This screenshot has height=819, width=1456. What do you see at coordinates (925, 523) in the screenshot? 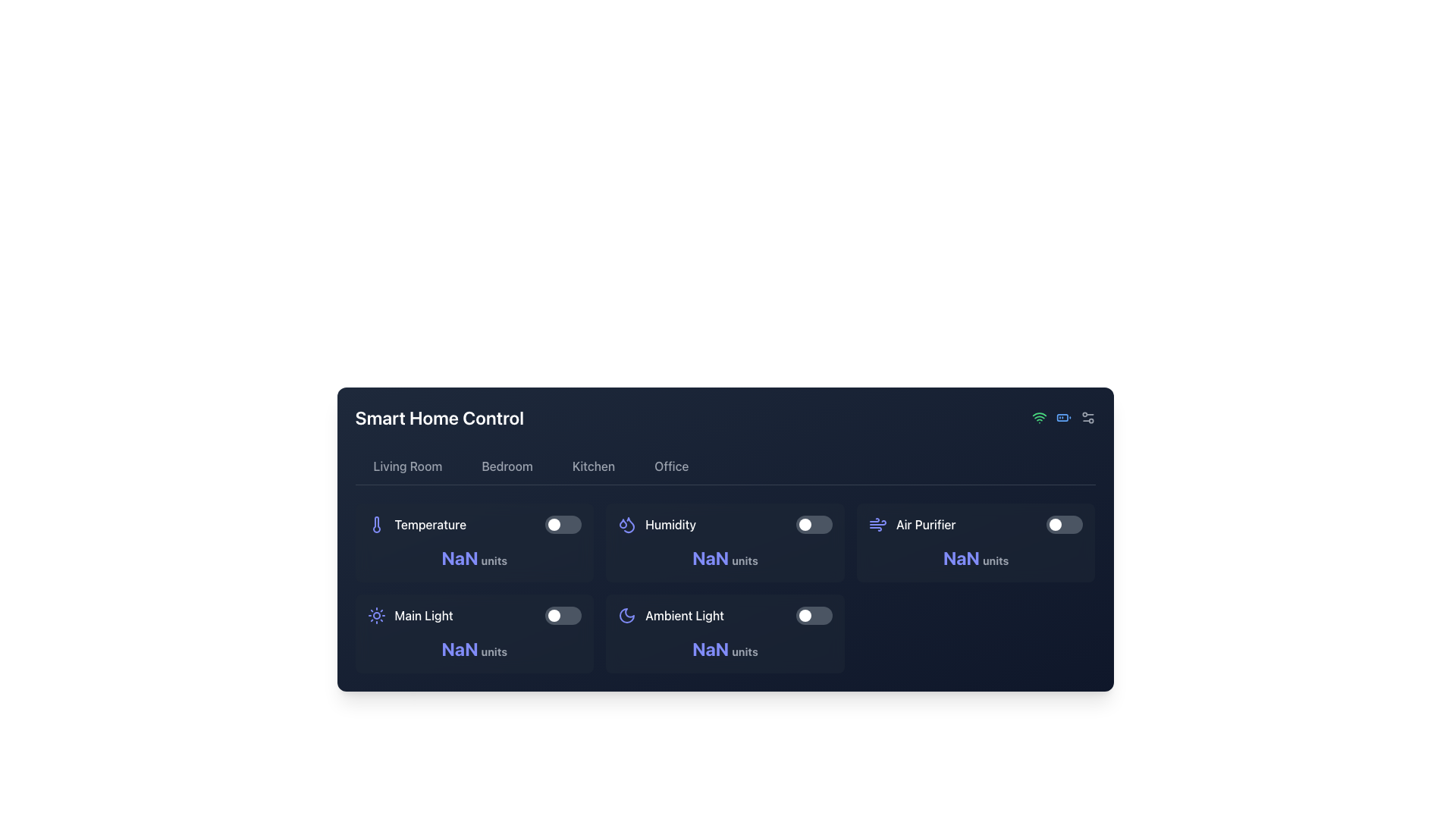
I see `the Text label identifying the air purifier control in the 'Office' tab of the 'Smart Home Control' panel, located in the rightmost section of the second row` at bounding box center [925, 523].